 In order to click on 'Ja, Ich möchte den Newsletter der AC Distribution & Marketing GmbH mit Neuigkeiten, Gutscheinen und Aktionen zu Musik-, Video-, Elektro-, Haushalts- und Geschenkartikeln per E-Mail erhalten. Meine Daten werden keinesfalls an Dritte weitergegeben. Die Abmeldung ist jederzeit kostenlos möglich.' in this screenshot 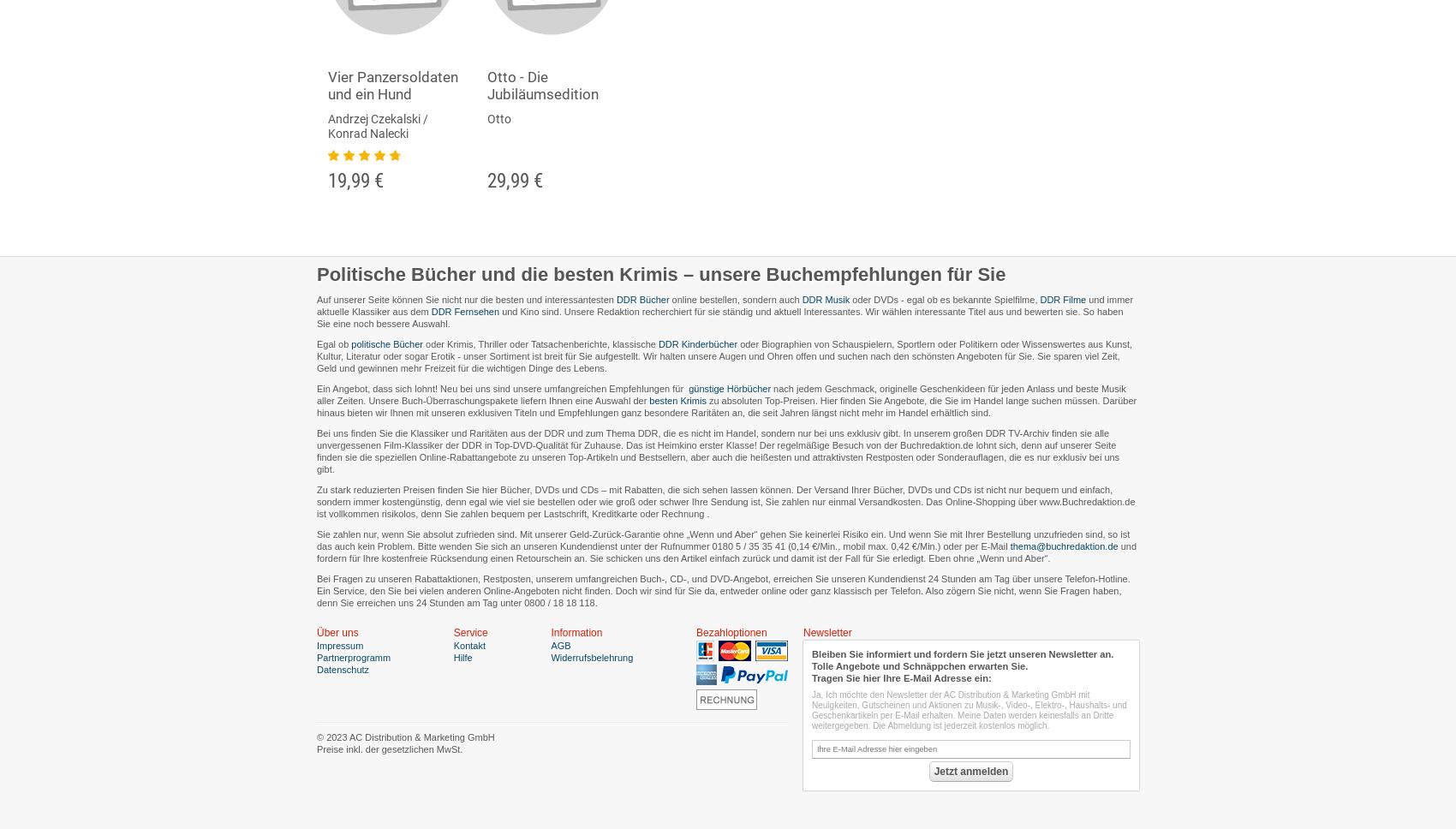, I will do `click(969, 710)`.